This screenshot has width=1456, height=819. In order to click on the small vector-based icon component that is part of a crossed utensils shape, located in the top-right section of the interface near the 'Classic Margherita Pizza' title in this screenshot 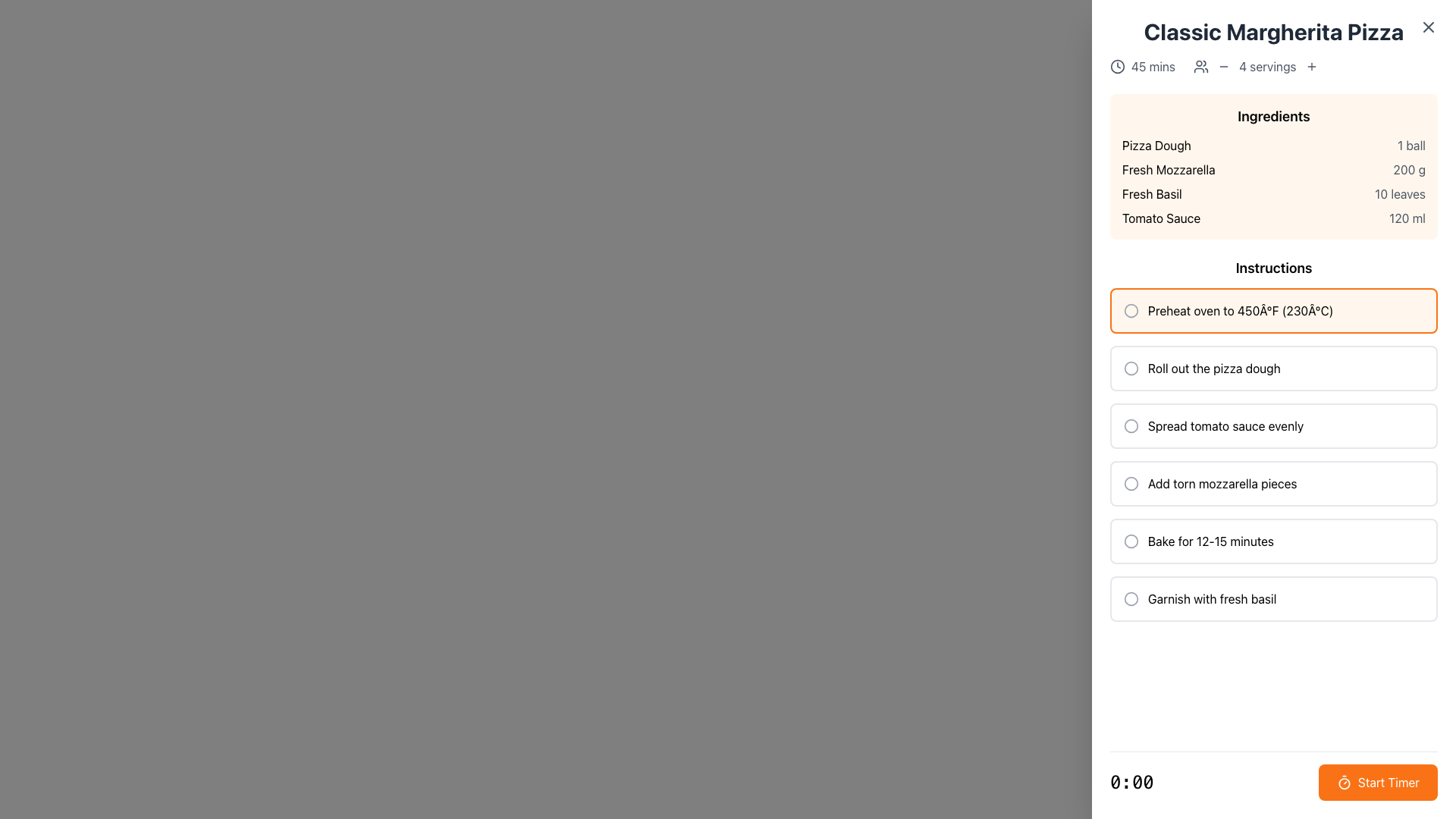, I will do `click(1429, 26)`.